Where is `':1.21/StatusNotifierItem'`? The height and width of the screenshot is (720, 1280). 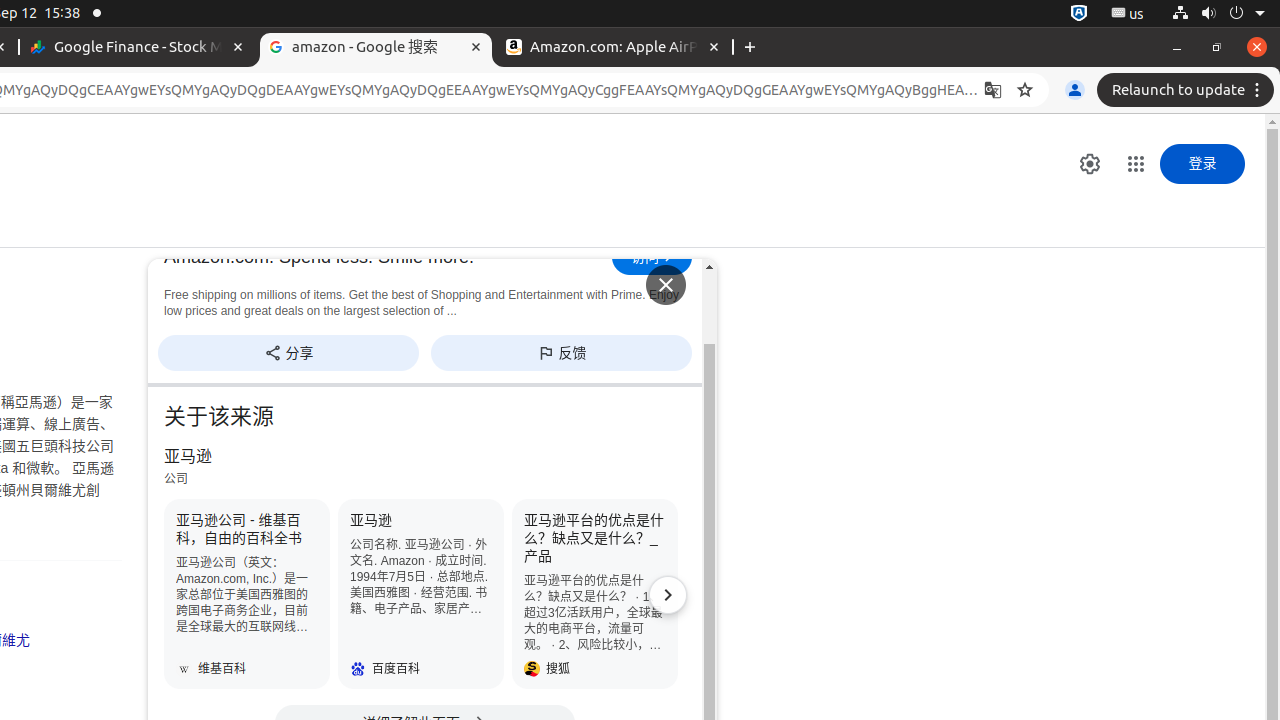
':1.21/StatusNotifierItem' is located at coordinates (1127, 13).